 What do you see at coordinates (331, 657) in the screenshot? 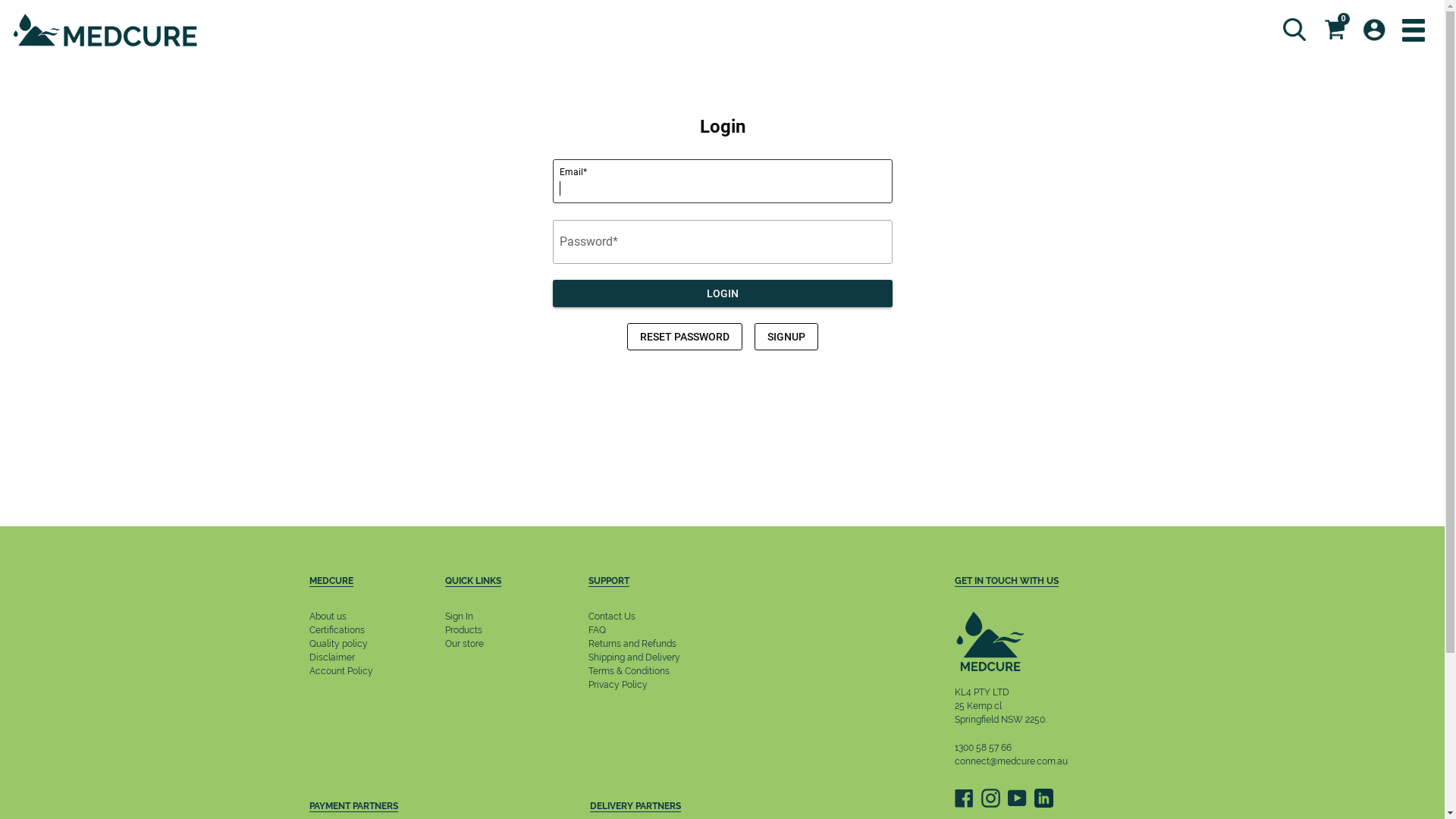
I see `'Disclaimer'` at bounding box center [331, 657].